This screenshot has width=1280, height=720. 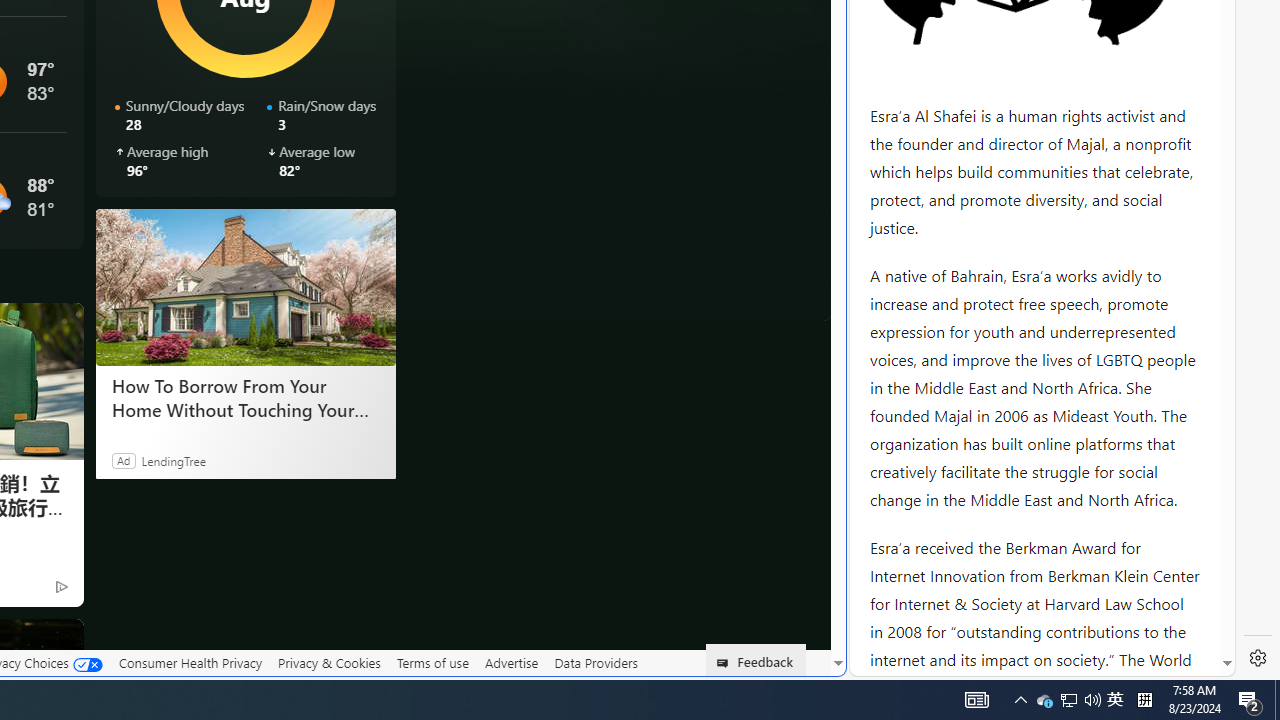 I want to click on 'LendingTree', so click(x=173, y=460).